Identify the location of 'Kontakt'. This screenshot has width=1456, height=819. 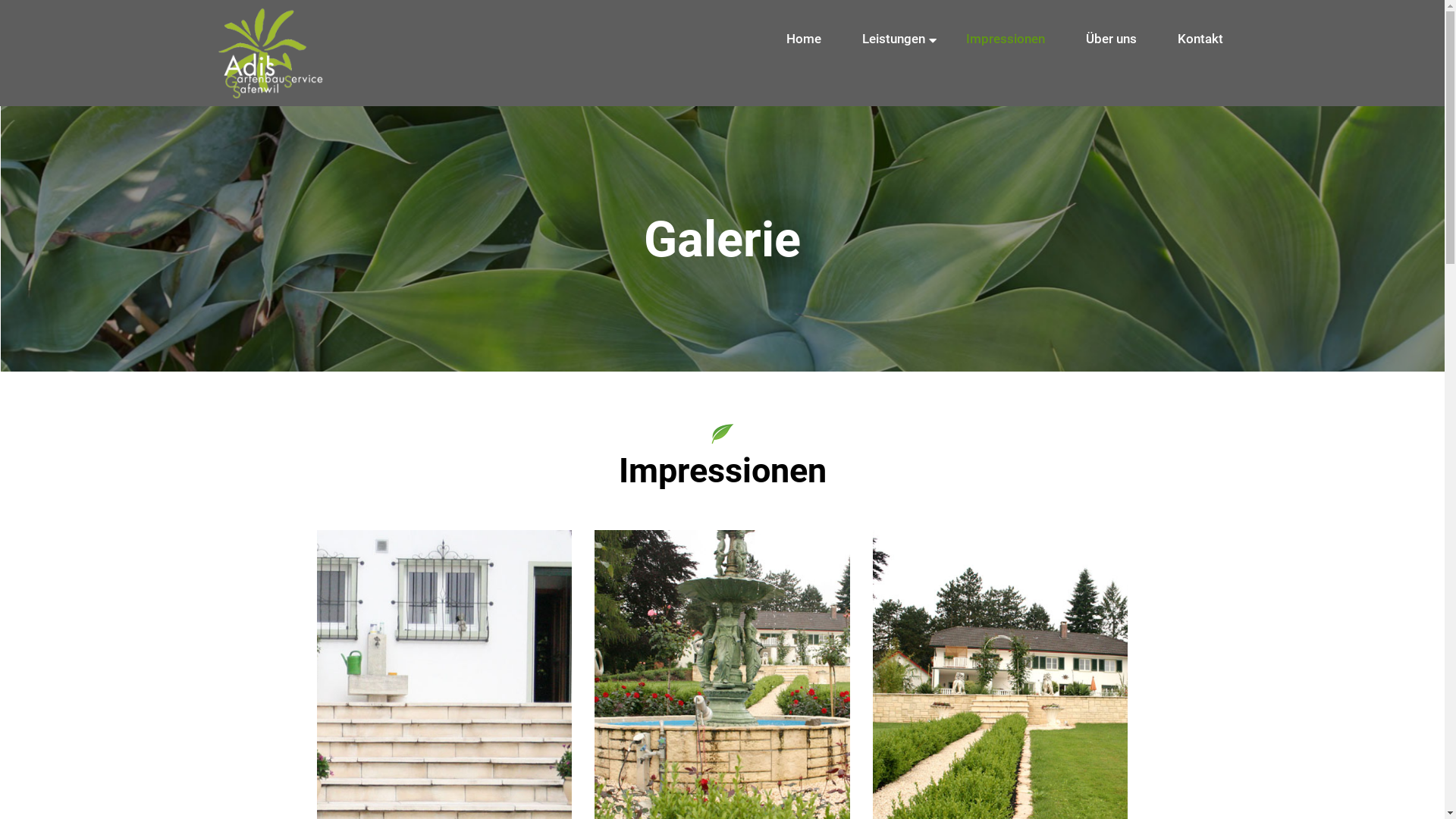
(1199, 38).